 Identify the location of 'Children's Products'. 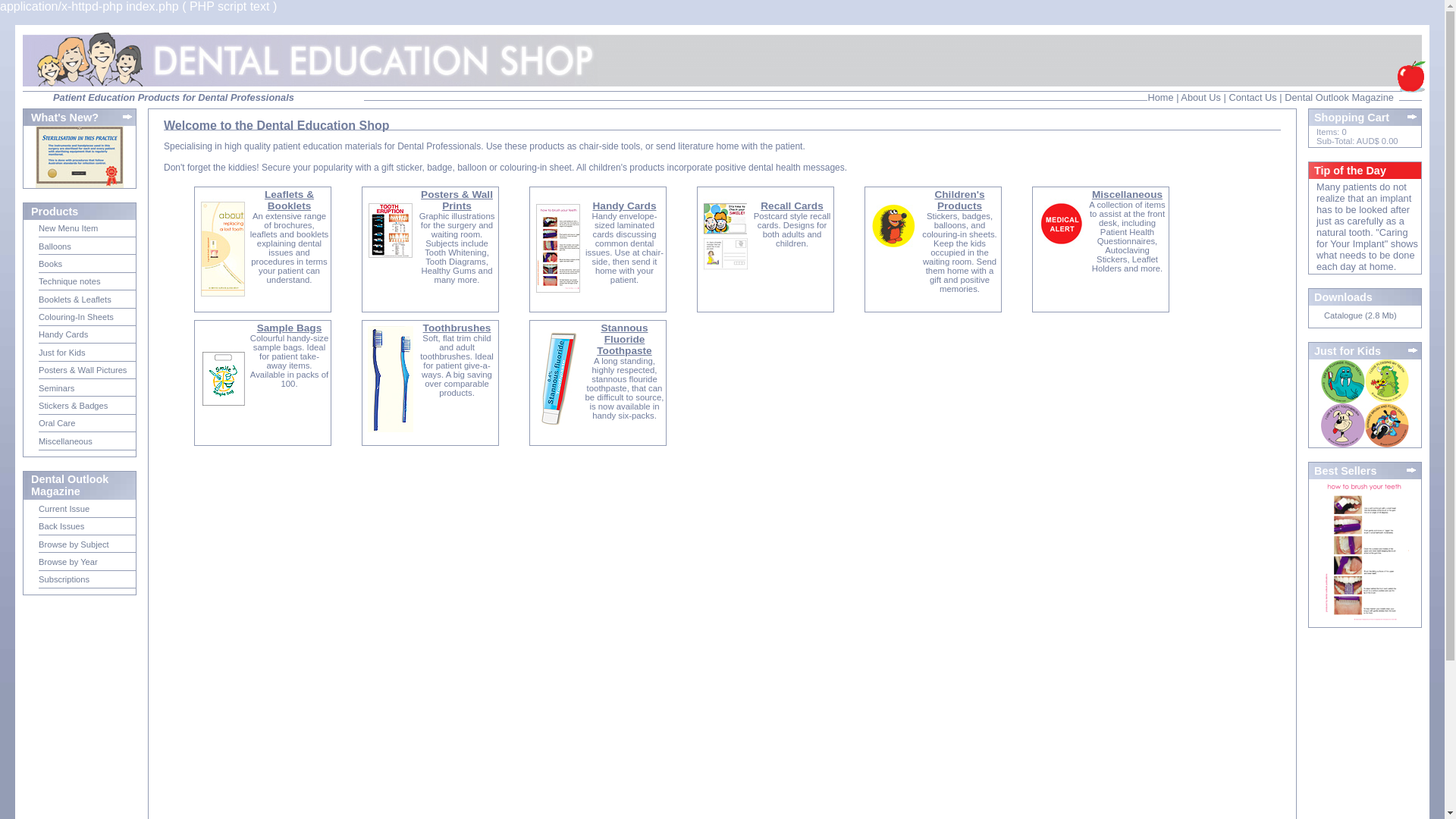
(959, 199).